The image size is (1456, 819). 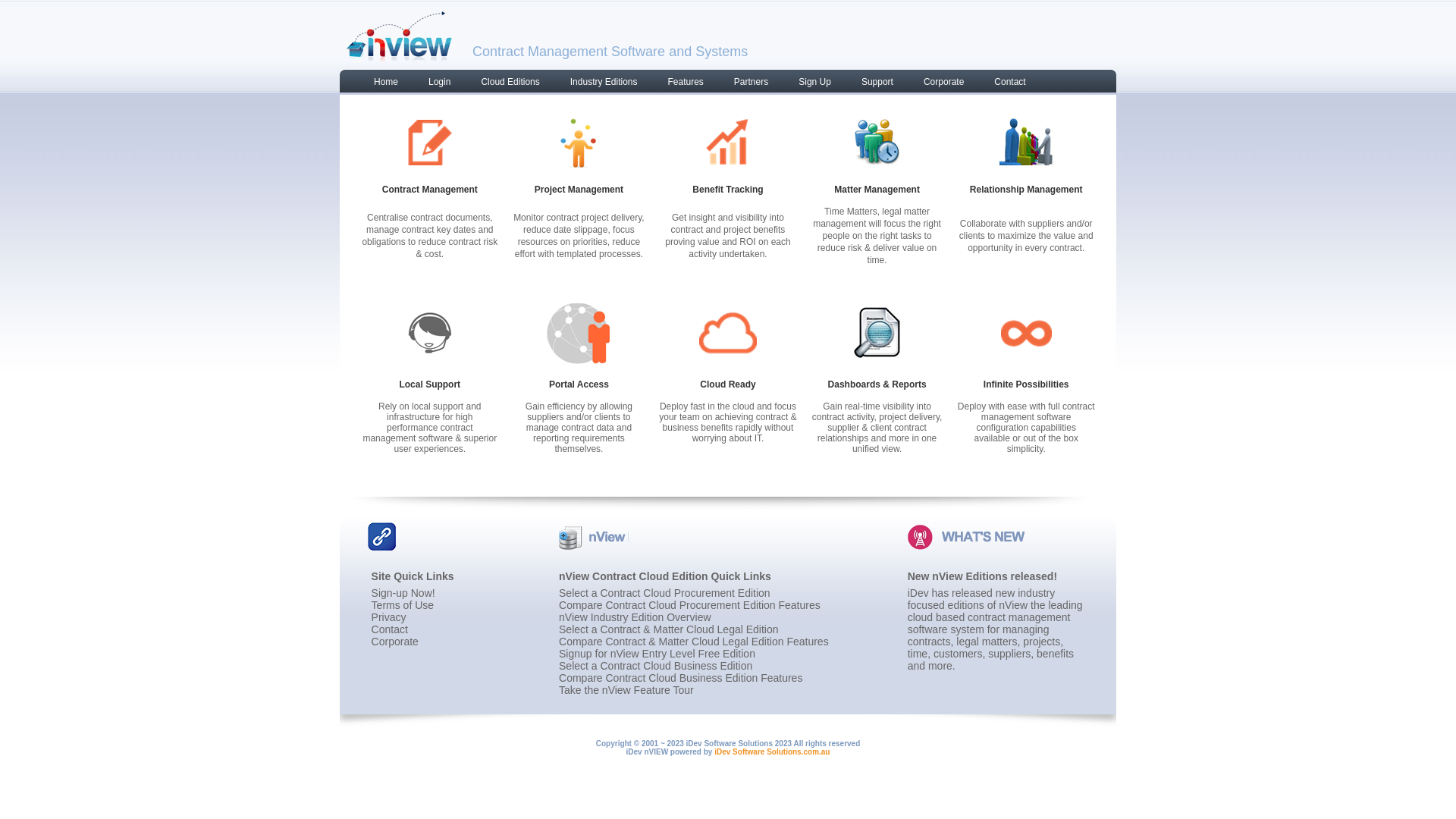 What do you see at coordinates (403, 592) in the screenshot?
I see `'Sign-up Now!'` at bounding box center [403, 592].